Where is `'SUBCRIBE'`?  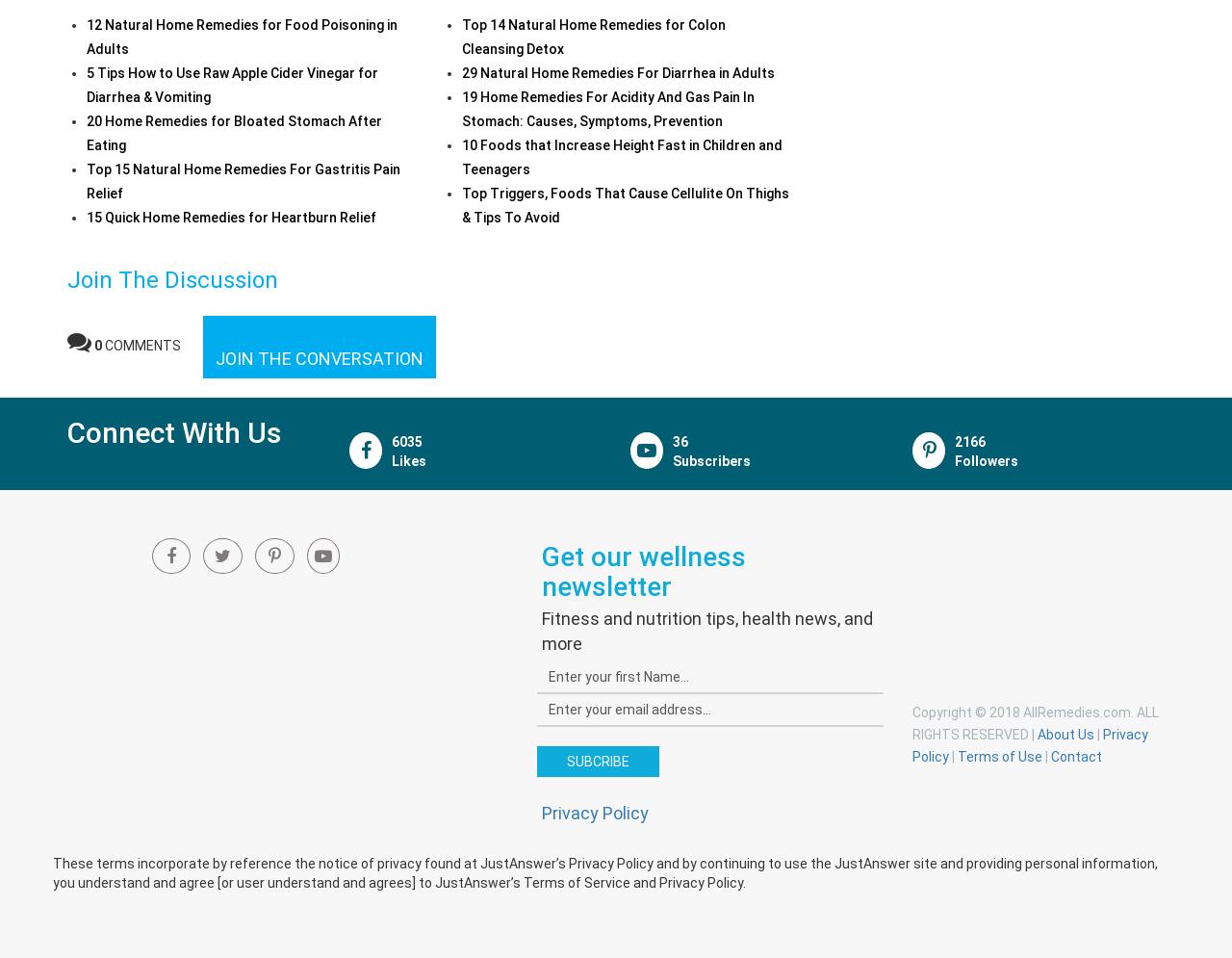
'SUBCRIBE' is located at coordinates (596, 761).